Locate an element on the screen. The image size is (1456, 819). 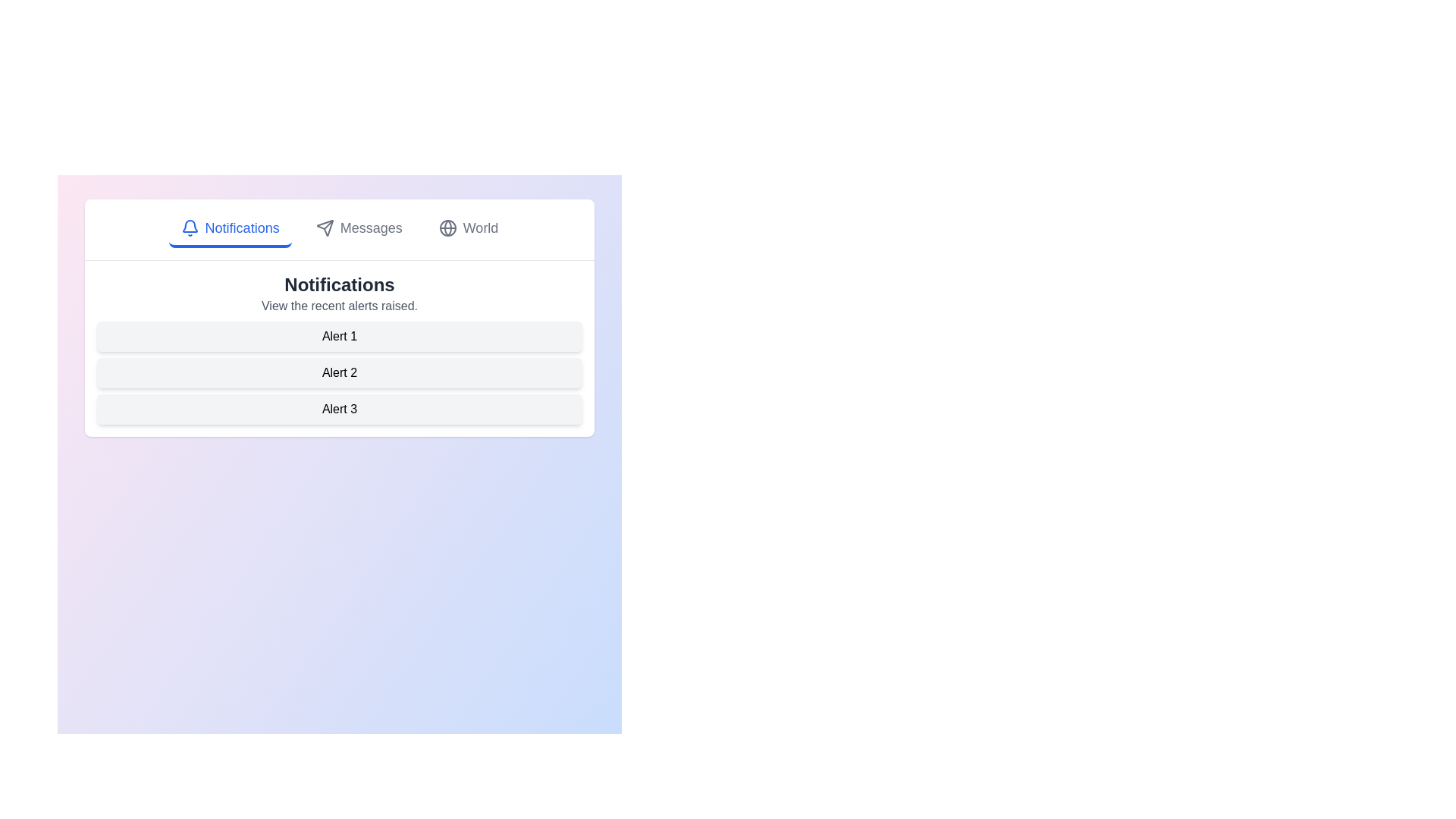
the icon associated with the tab Notifications is located at coordinates (189, 227).